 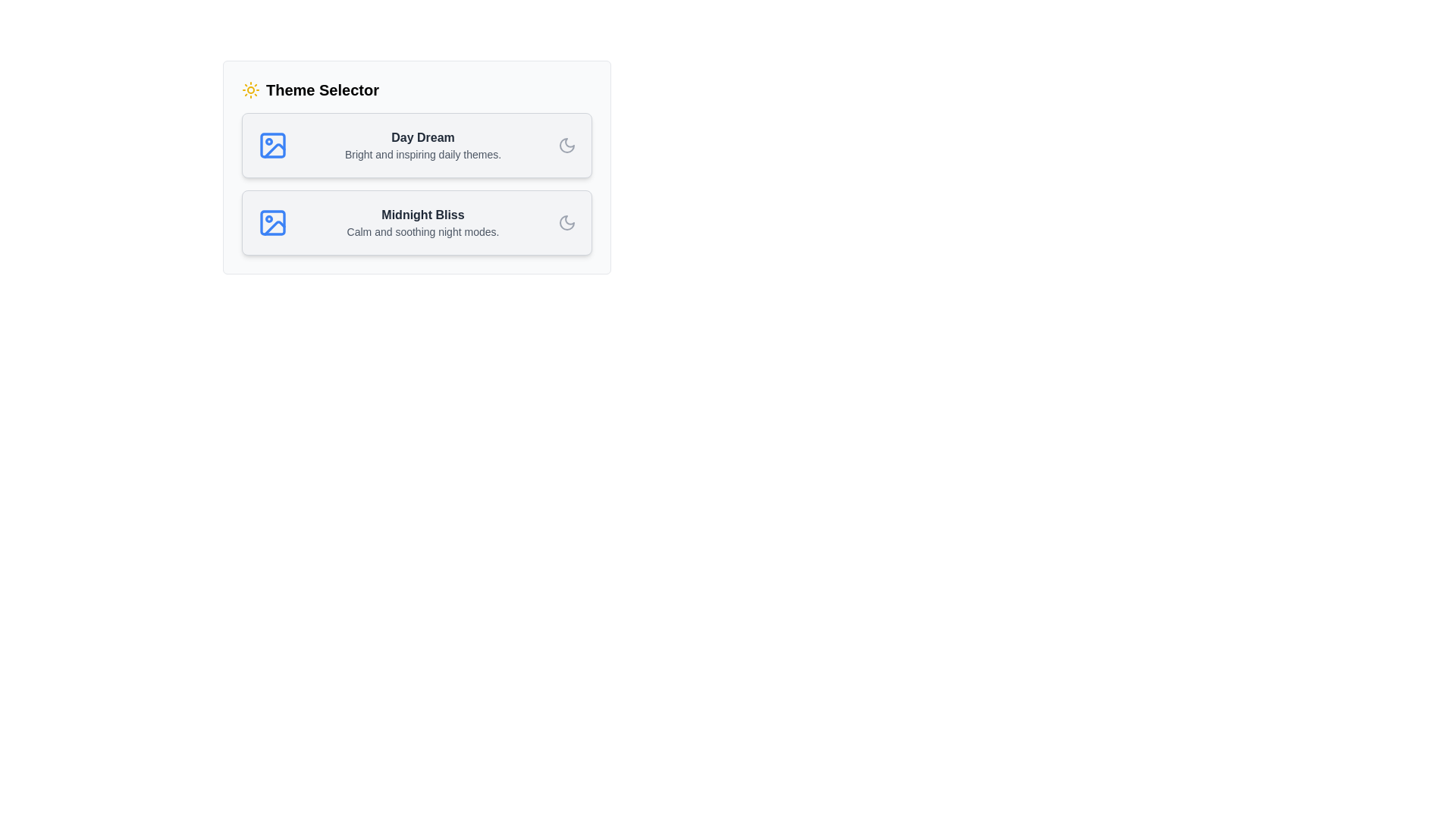 What do you see at coordinates (417, 90) in the screenshot?
I see `the text element Theme Selector to inspect its content closely` at bounding box center [417, 90].